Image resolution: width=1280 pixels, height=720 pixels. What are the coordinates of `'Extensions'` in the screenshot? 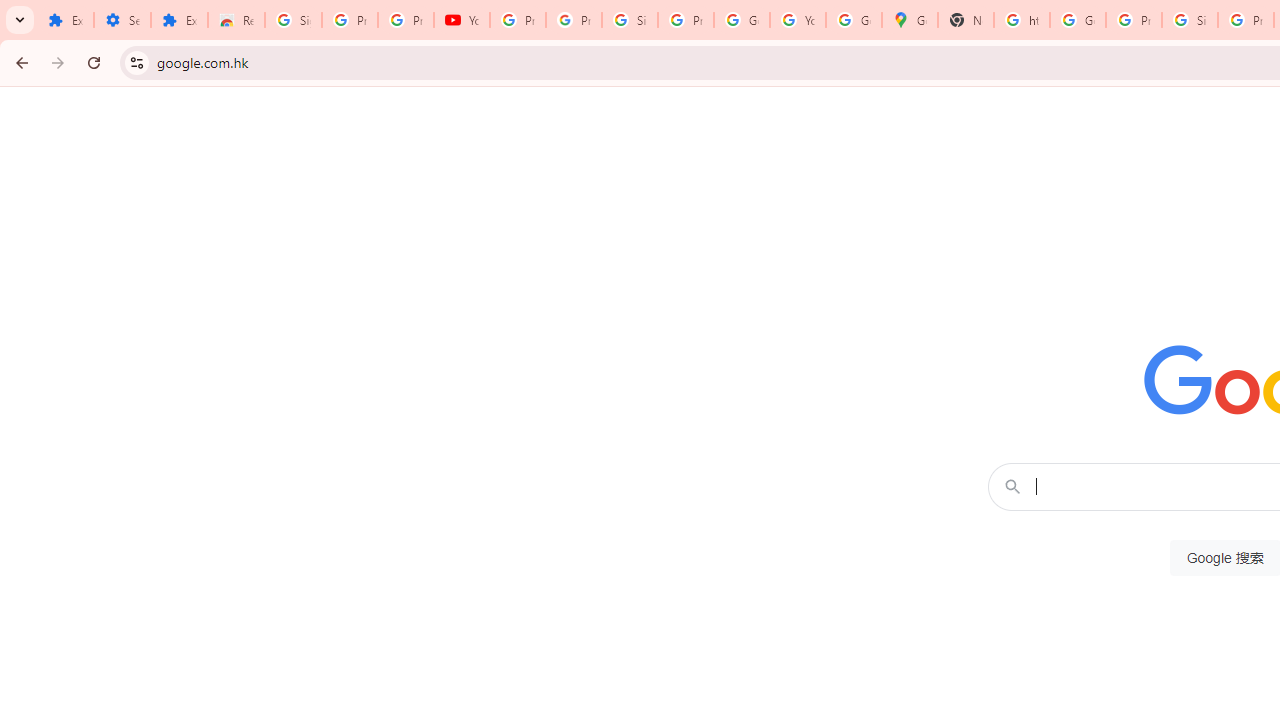 It's located at (65, 20).